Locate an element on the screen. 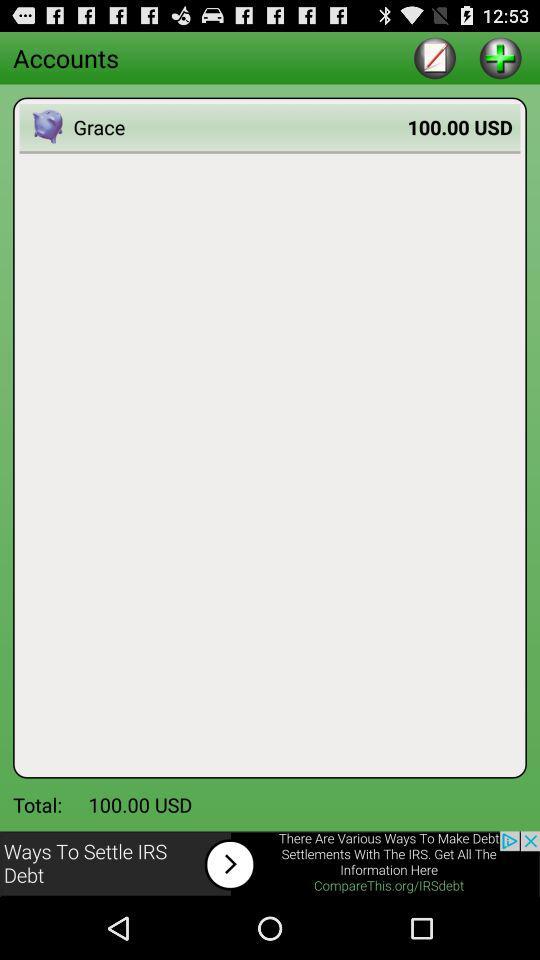 This screenshot has height=960, width=540. advertisement page is located at coordinates (270, 863).